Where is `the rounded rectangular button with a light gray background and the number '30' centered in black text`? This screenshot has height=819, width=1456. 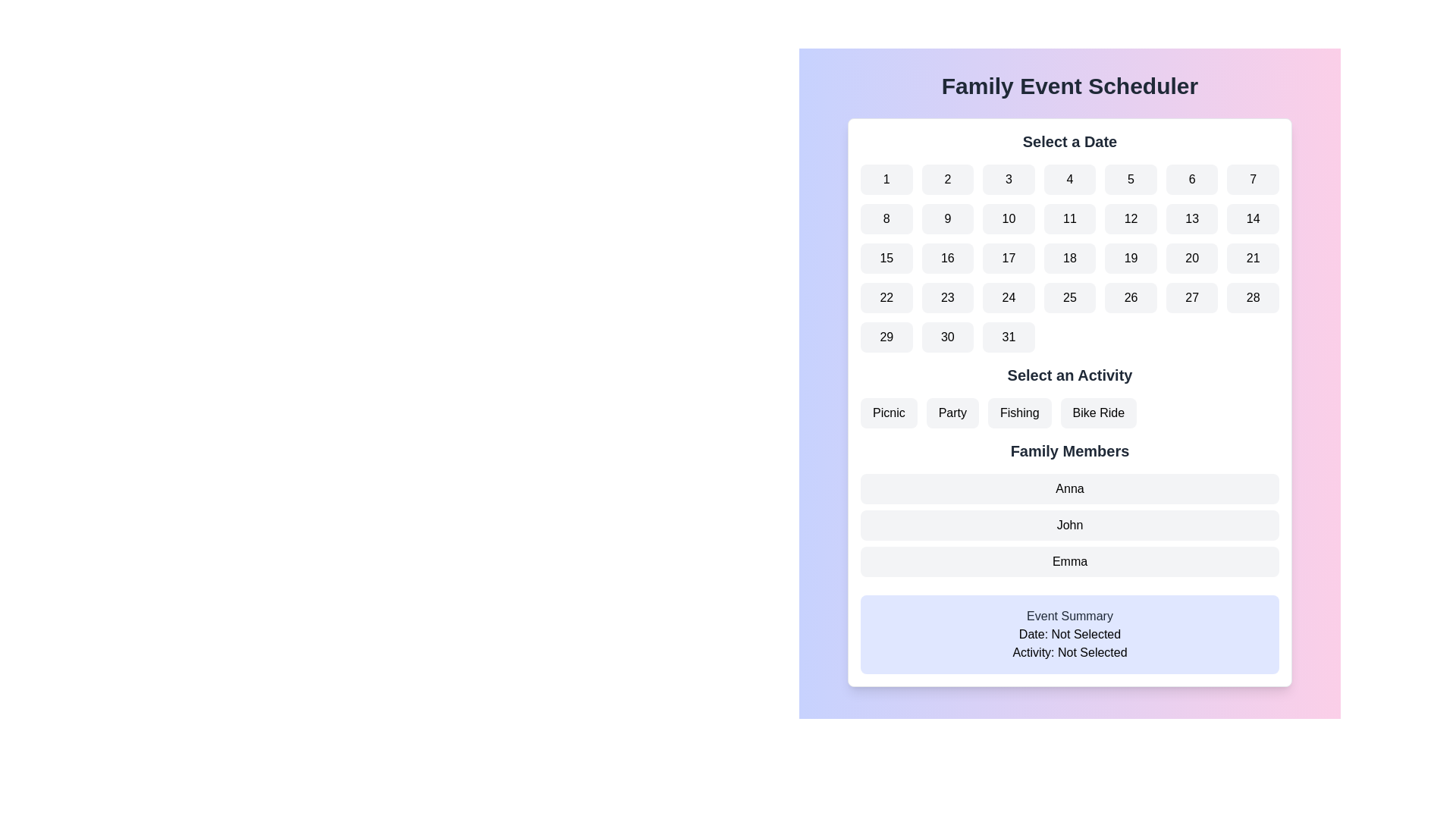
the rounded rectangular button with a light gray background and the number '30' centered in black text is located at coordinates (946, 336).